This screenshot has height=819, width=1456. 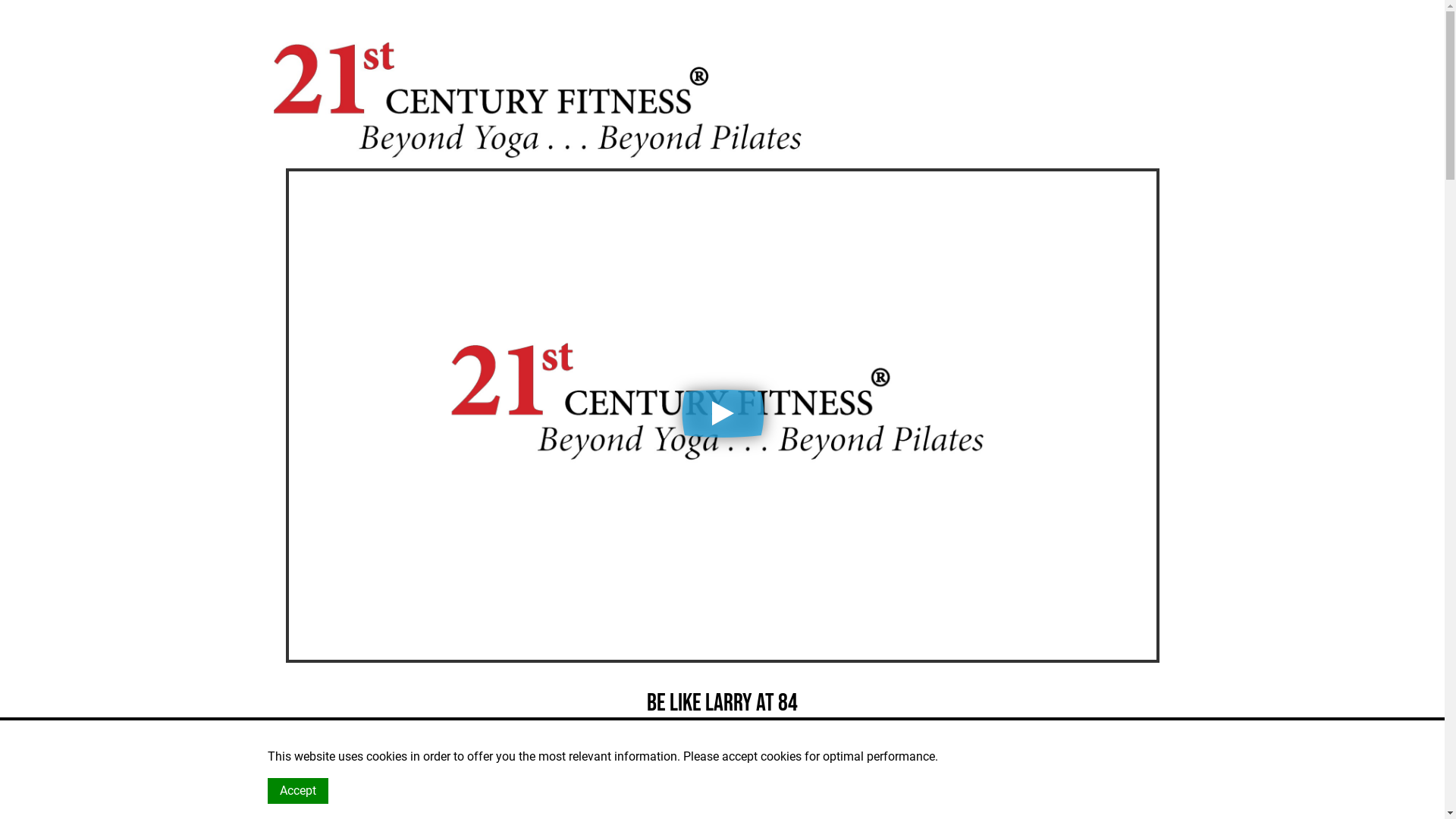 I want to click on 'Accept', so click(x=297, y=789).